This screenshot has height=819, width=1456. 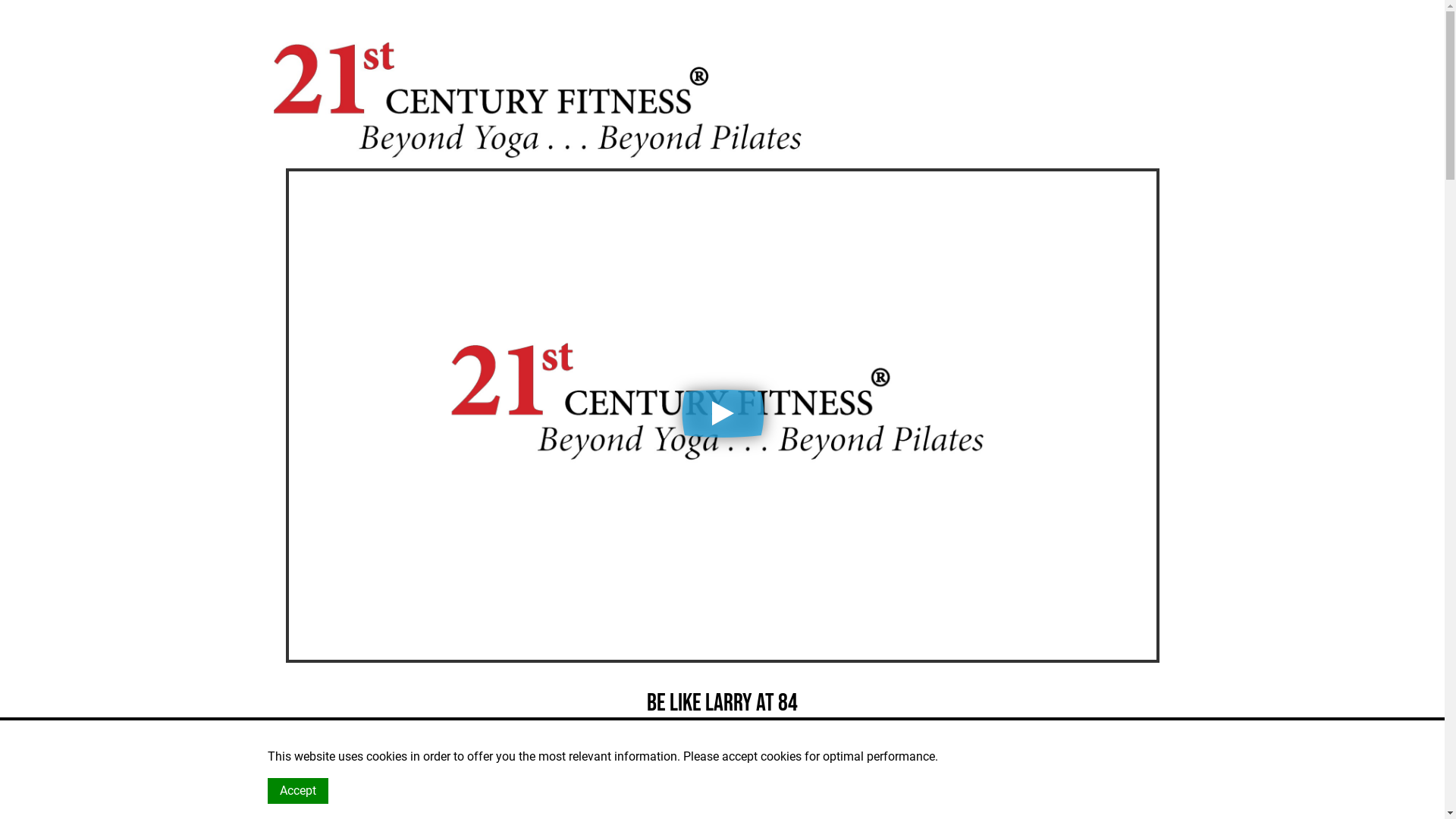 I want to click on 'Accept', so click(x=297, y=789).